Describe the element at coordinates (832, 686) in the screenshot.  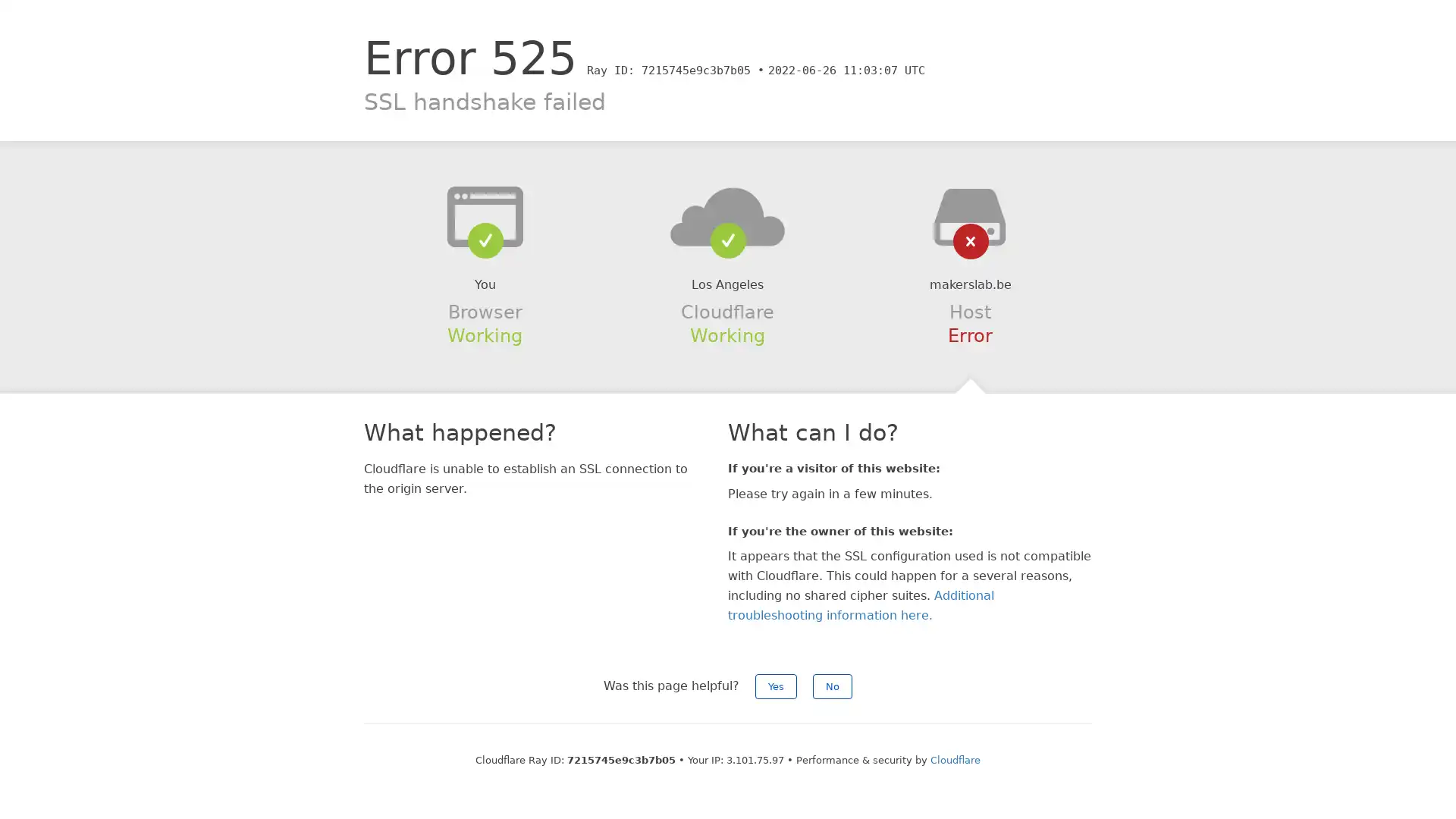
I see `No` at that location.